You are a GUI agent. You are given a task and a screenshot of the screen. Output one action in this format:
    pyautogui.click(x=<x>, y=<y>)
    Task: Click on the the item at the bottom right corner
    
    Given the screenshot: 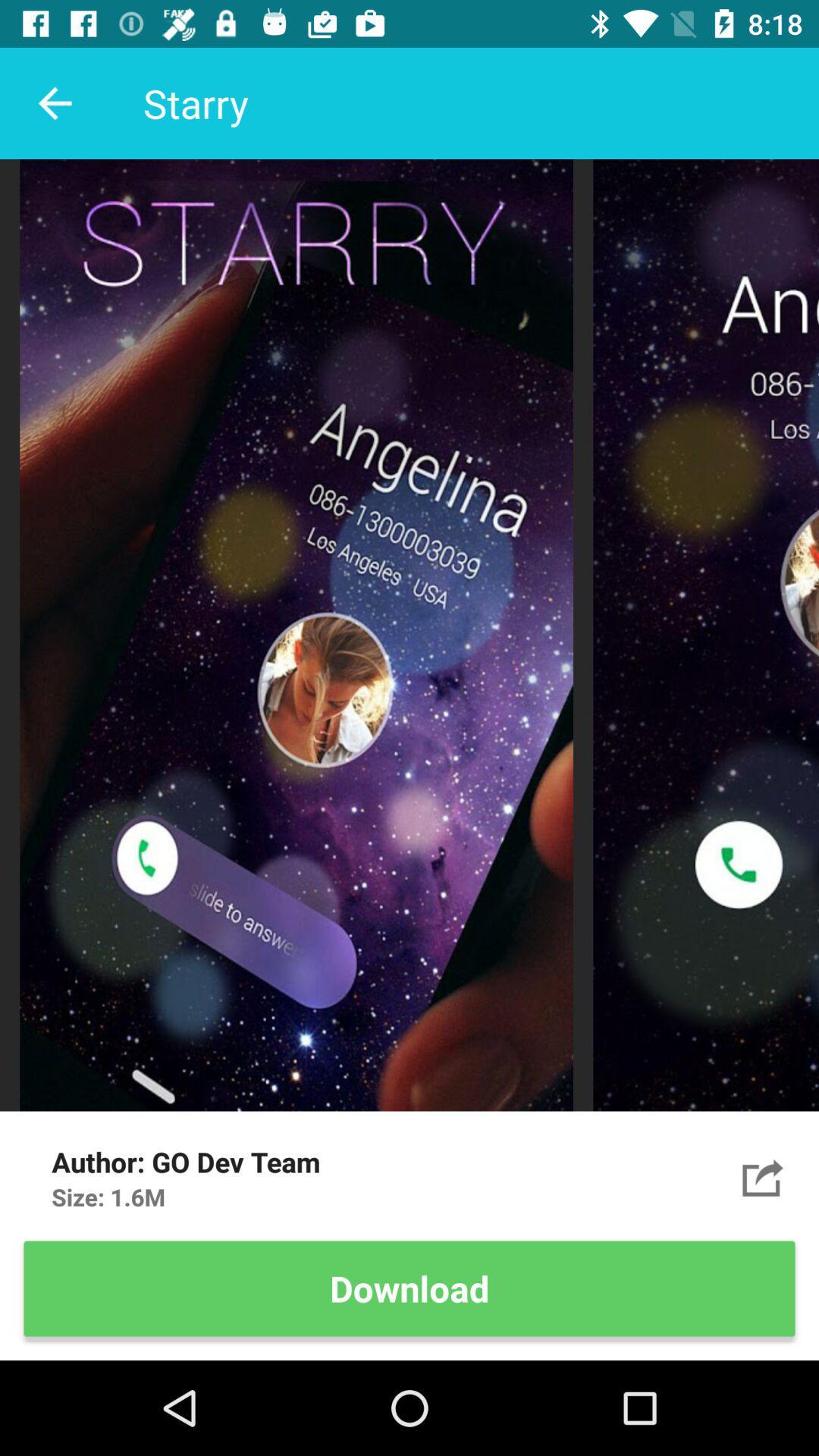 What is the action you would take?
    pyautogui.click(x=763, y=1177)
    